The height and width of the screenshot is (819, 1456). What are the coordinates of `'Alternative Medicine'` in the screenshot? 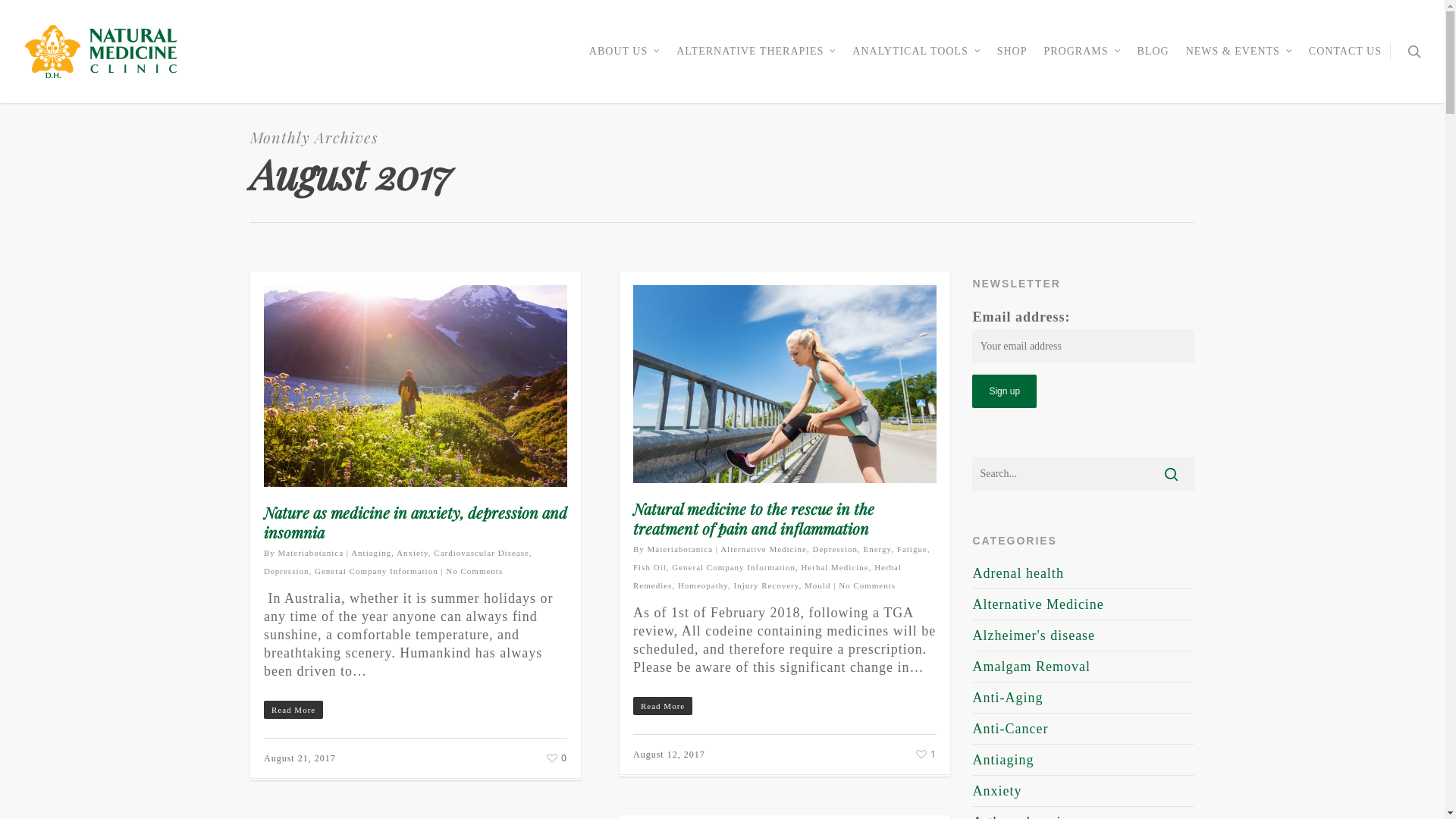 It's located at (764, 549).